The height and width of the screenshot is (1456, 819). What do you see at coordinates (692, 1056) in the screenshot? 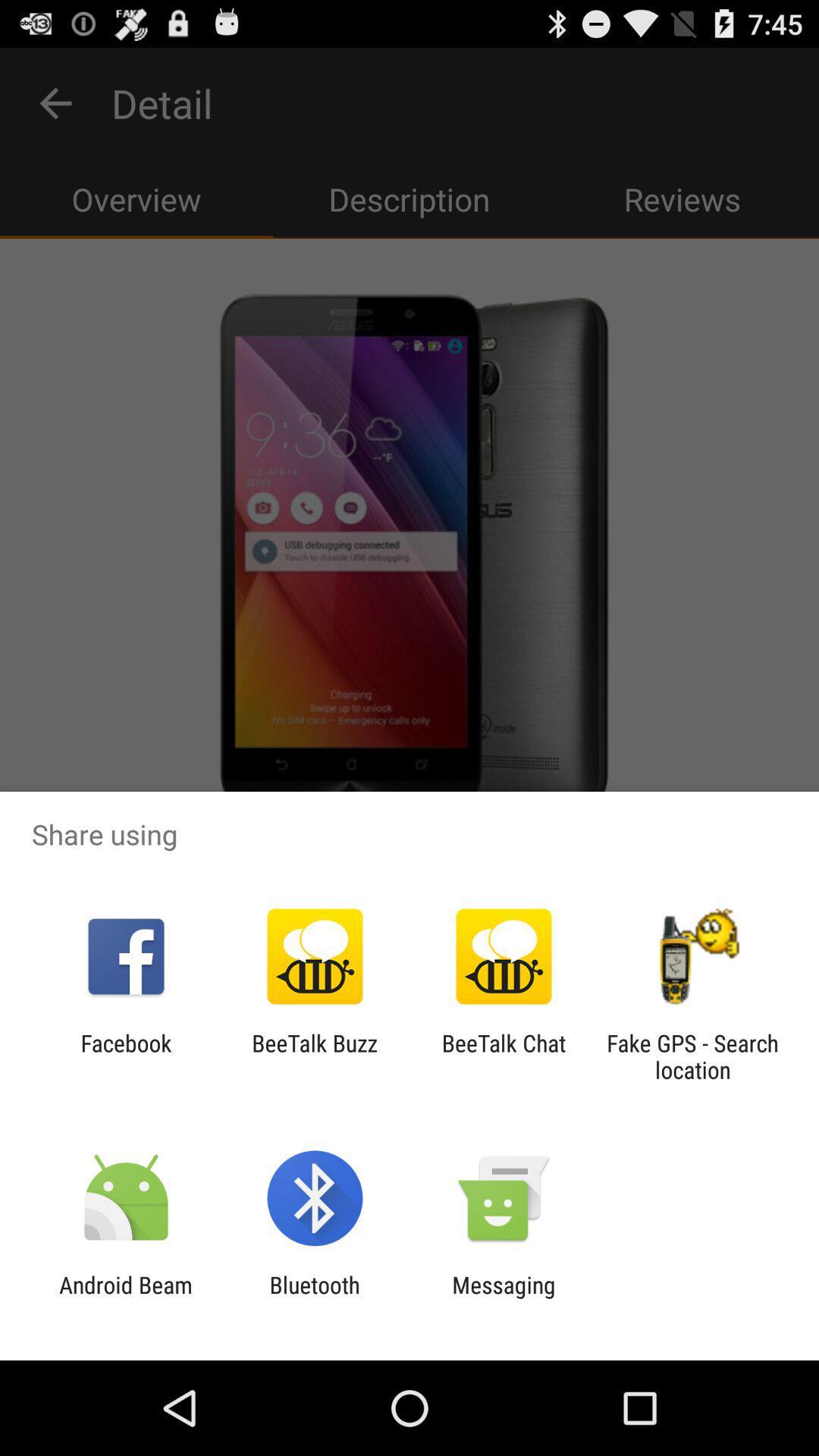
I see `the fake gps search` at bounding box center [692, 1056].